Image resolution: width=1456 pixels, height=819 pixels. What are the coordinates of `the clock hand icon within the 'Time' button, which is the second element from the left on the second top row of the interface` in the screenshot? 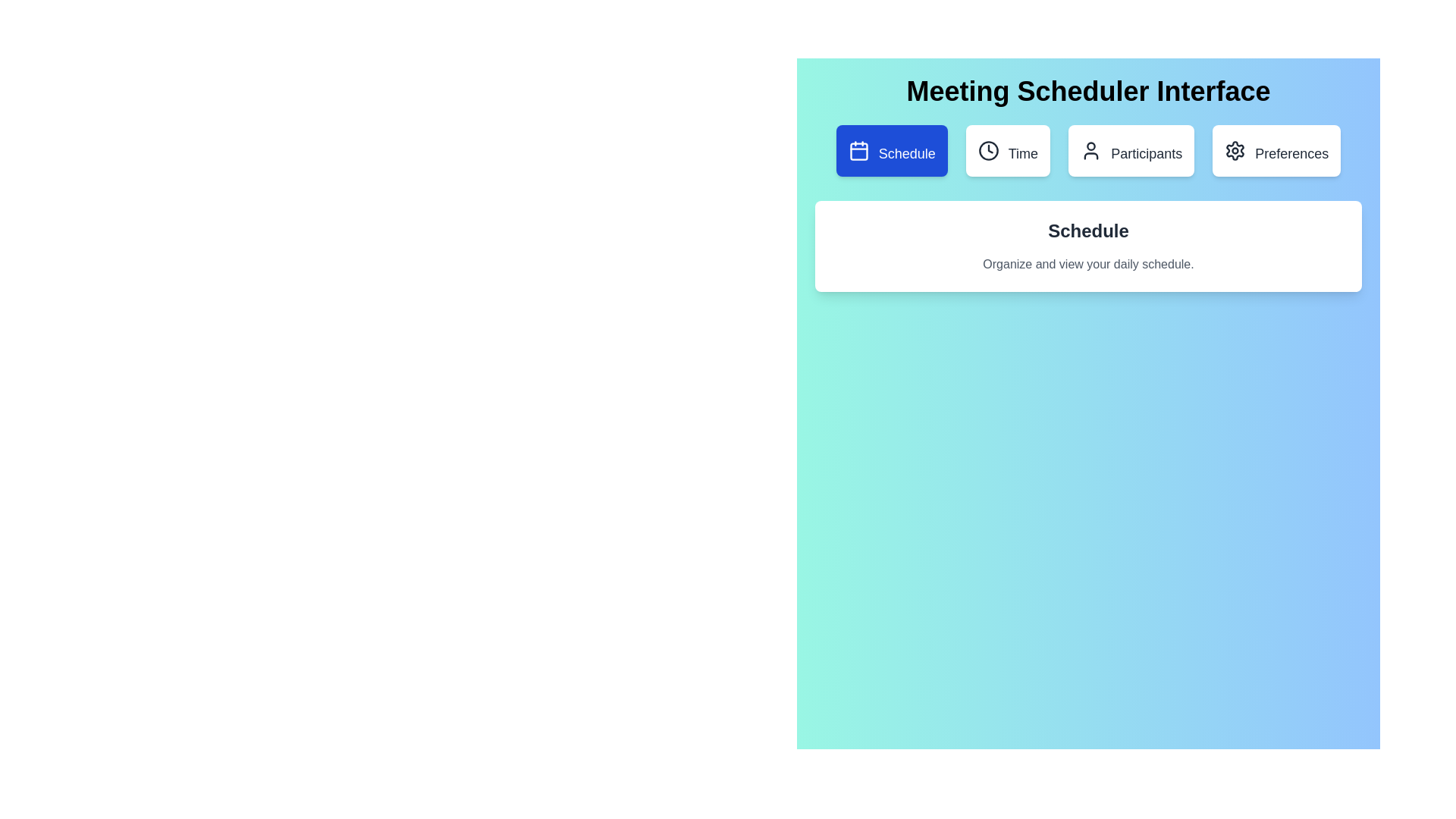 It's located at (990, 149).